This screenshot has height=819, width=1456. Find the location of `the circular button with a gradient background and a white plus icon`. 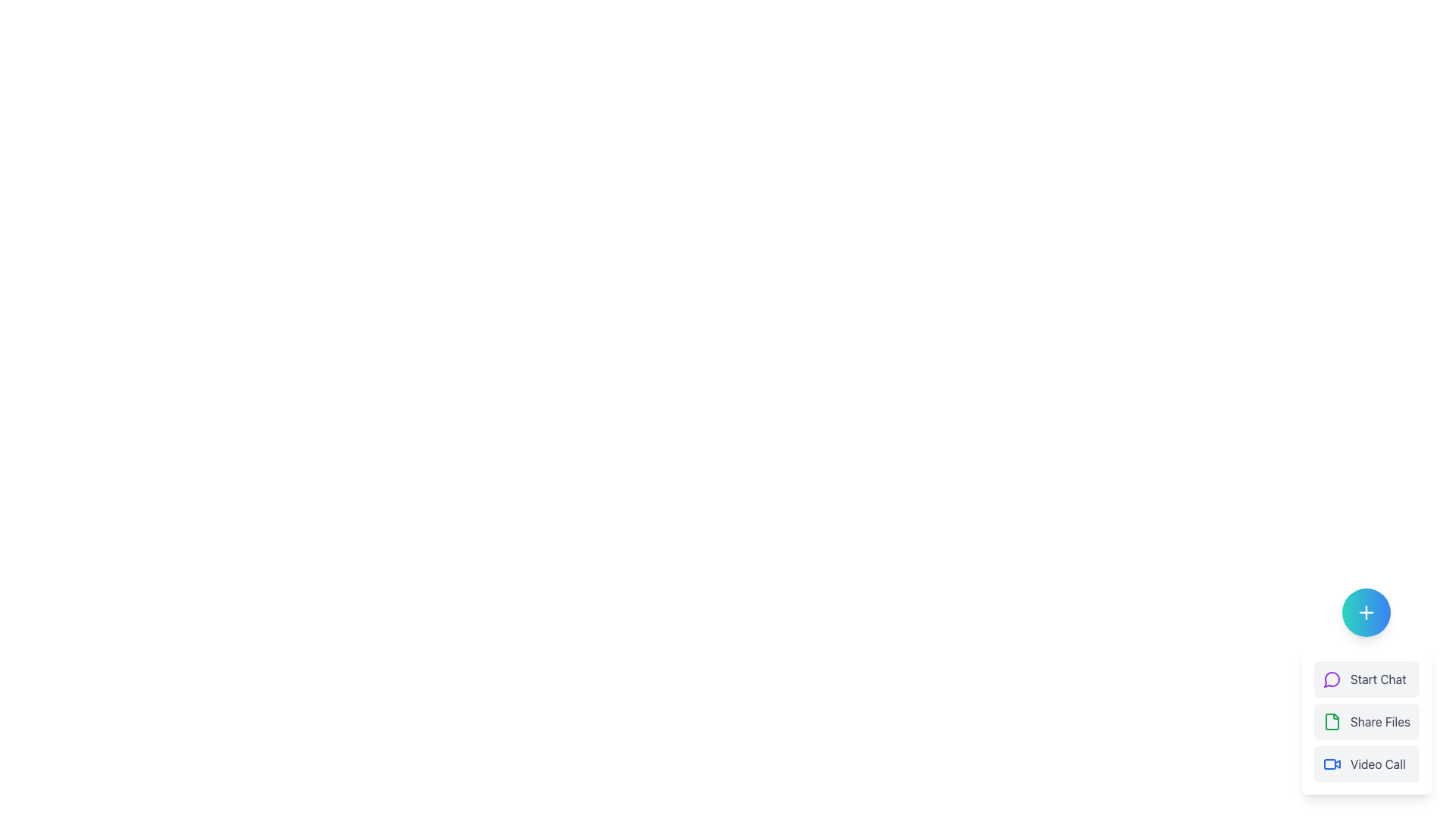

the circular button with a gradient background and a white plus icon is located at coordinates (1367, 611).